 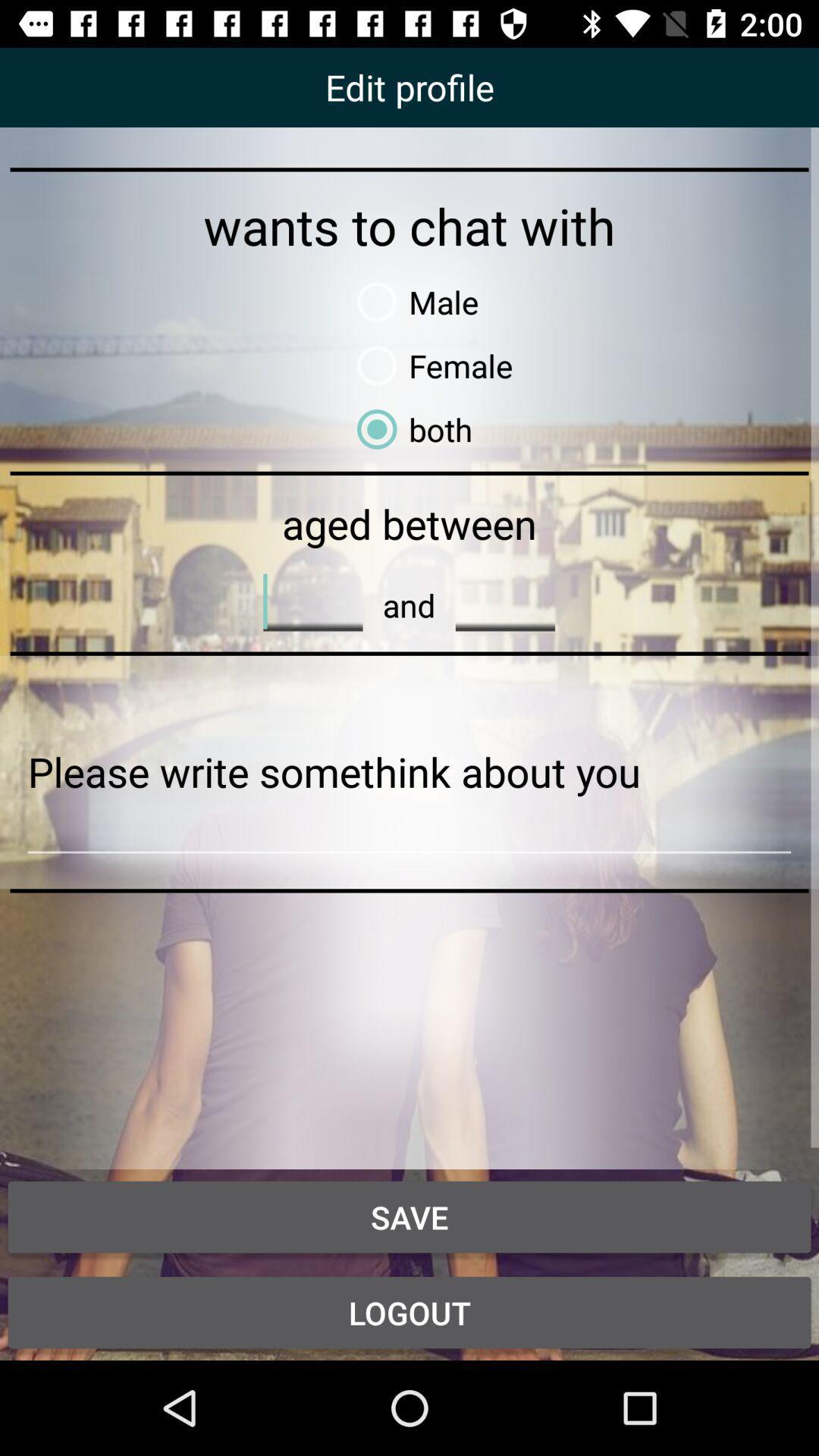 What do you see at coordinates (409, 772) in the screenshot?
I see `screen page` at bounding box center [409, 772].